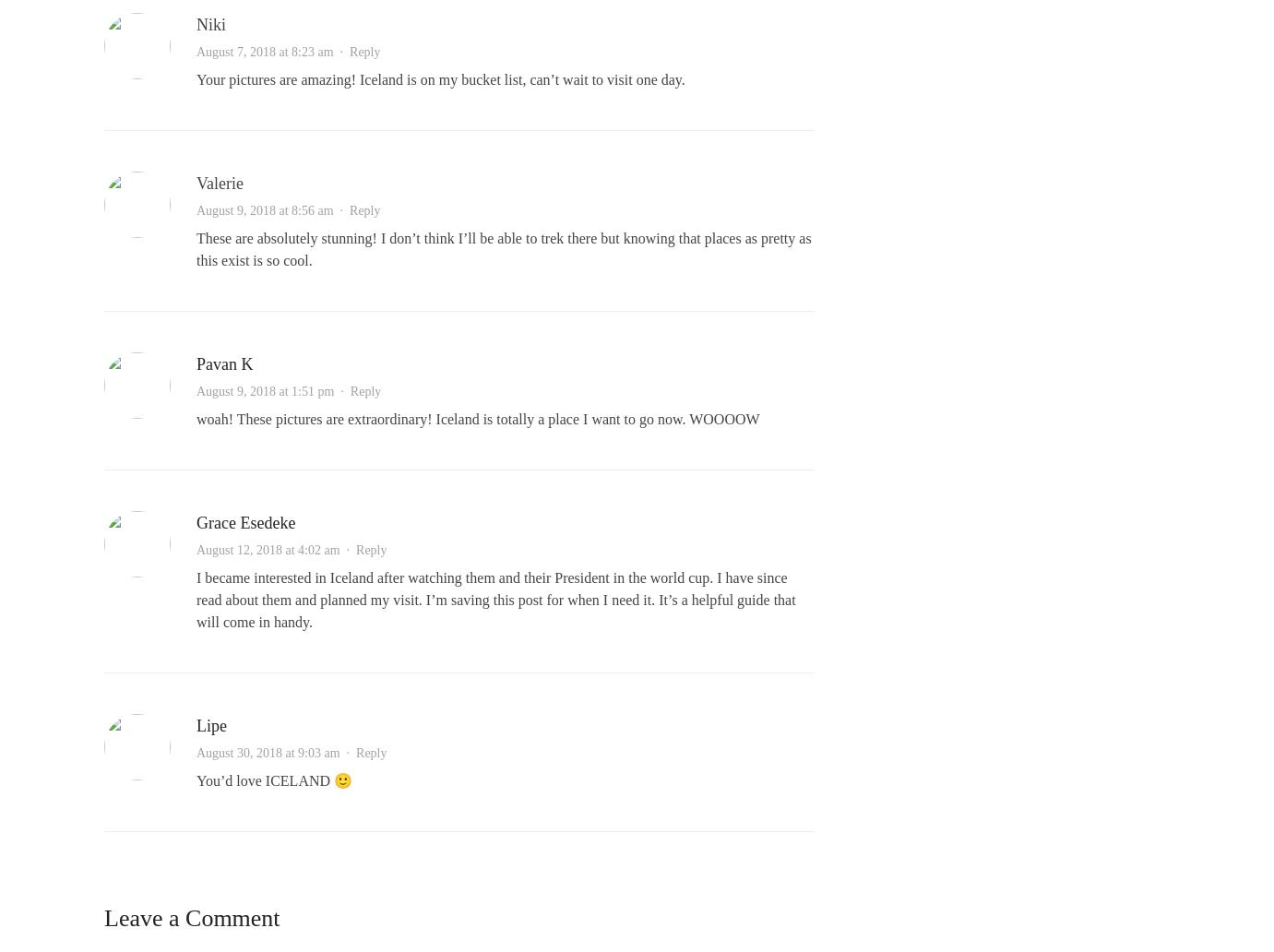  I want to click on 'These are absolutely stunning! I don’t think I’ll be able to trek there but knowing that places as pretty as this exist is so cool.', so click(504, 249).